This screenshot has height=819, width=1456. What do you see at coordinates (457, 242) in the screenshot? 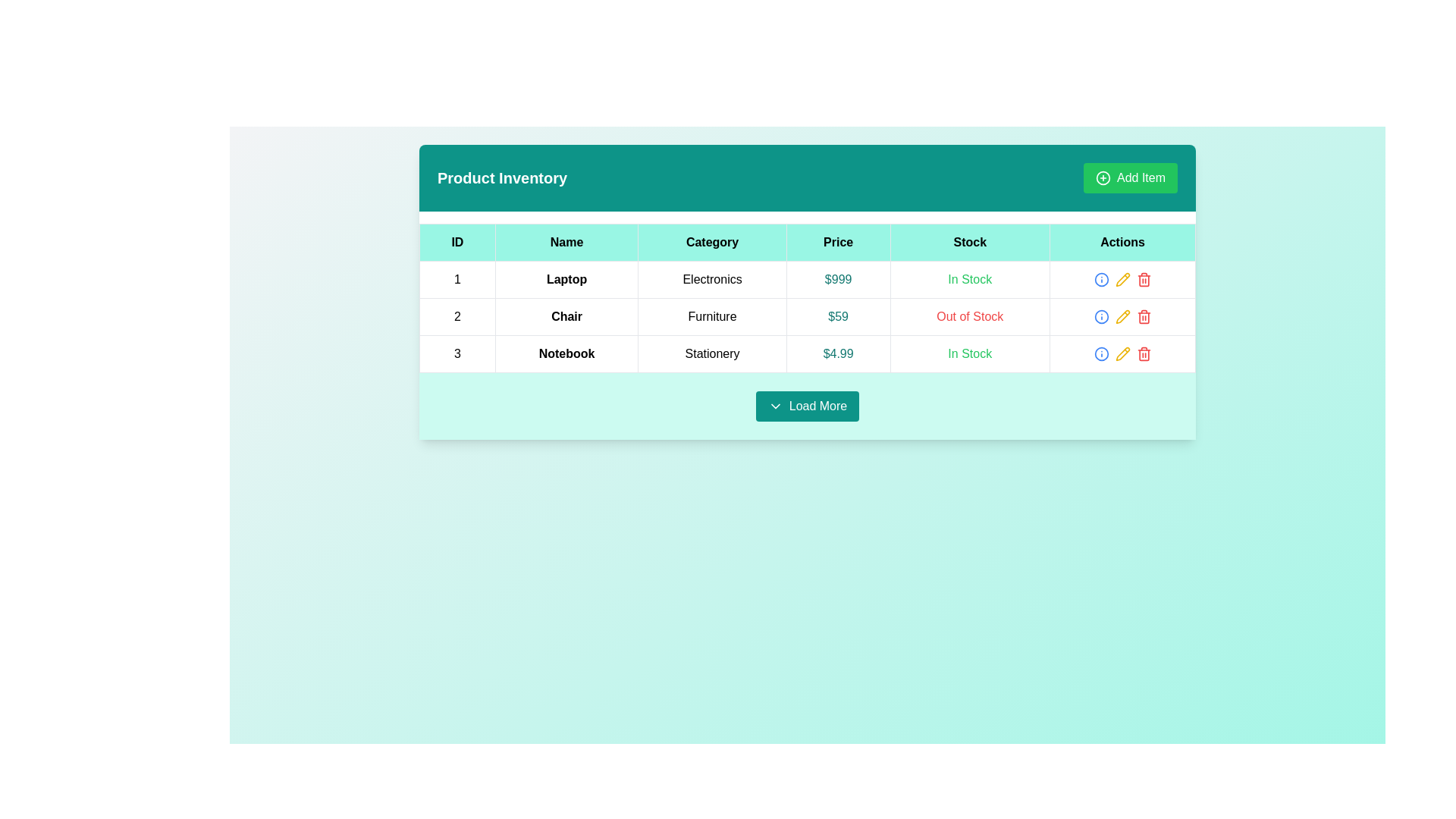
I see `text of the Table Header Cell for the 'ID' column, located at the top-left of the table structure` at bounding box center [457, 242].